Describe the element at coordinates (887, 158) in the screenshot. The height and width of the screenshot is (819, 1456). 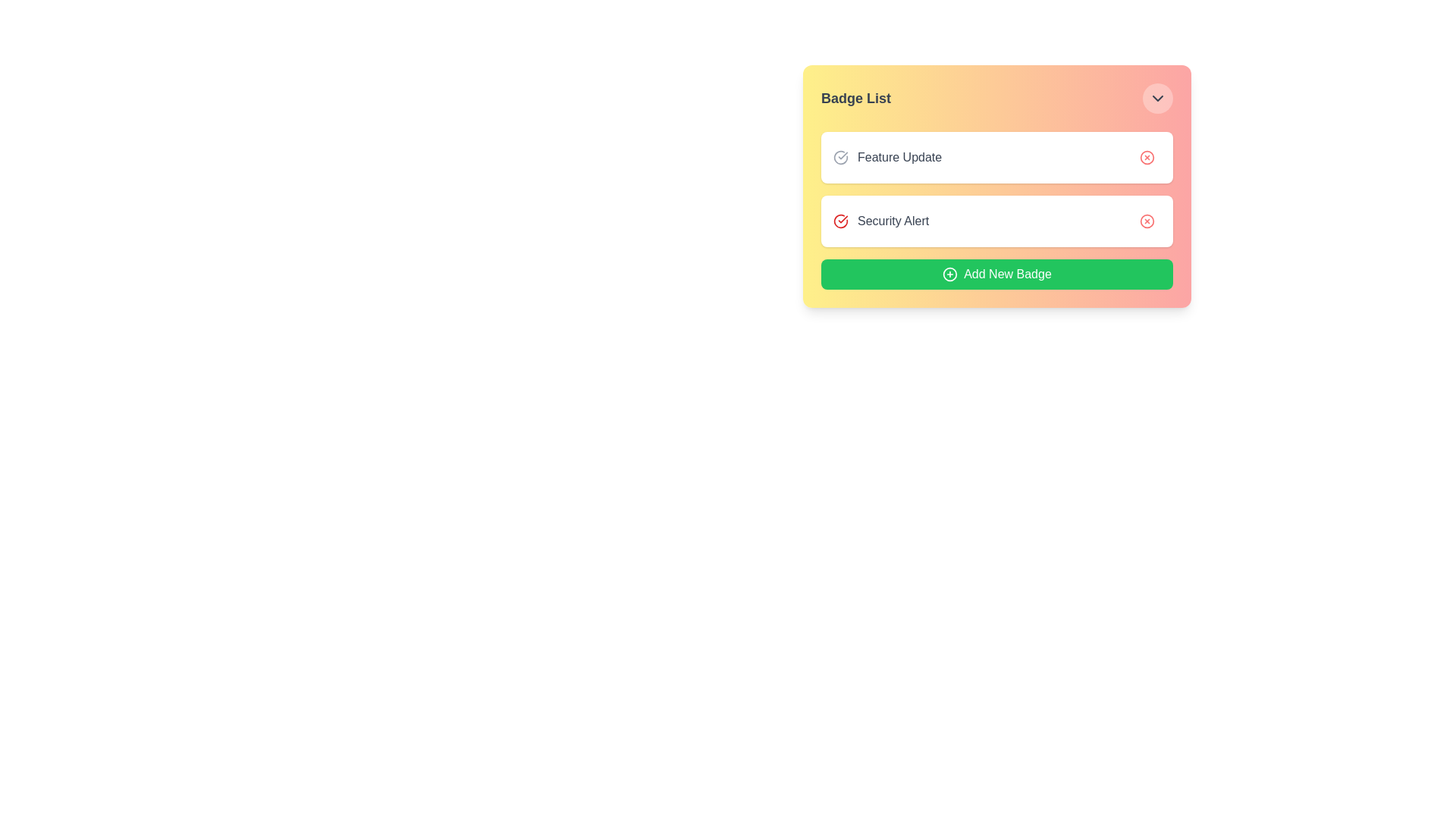
I see `the 'Feature Update' text of the first List Item element in the vertically stacked list for selection` at that location.